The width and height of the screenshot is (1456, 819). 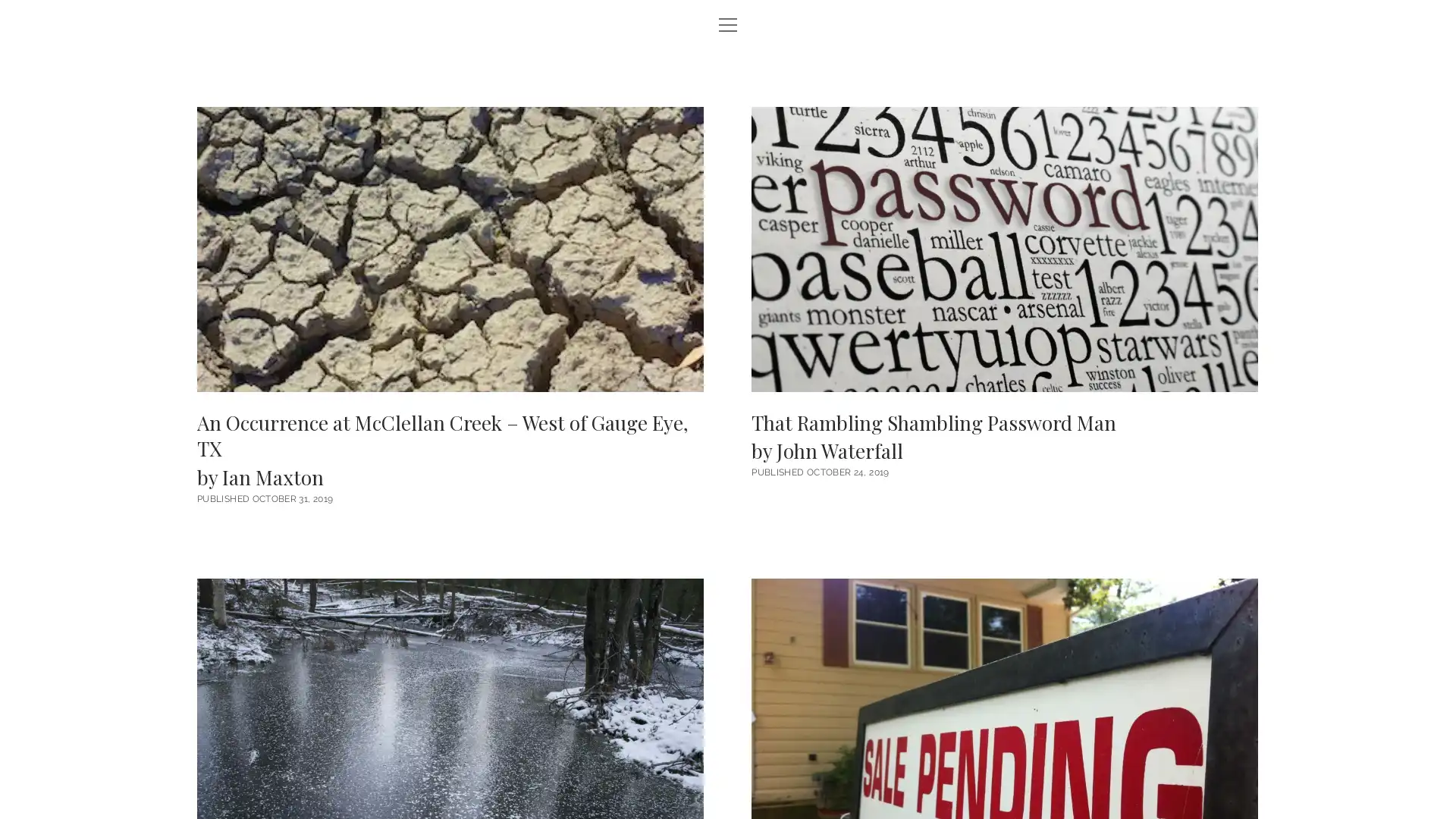 What do you see at coordinates (728, 26) in the screenshot?
I see `open menu` at bounding box center [728, 26].